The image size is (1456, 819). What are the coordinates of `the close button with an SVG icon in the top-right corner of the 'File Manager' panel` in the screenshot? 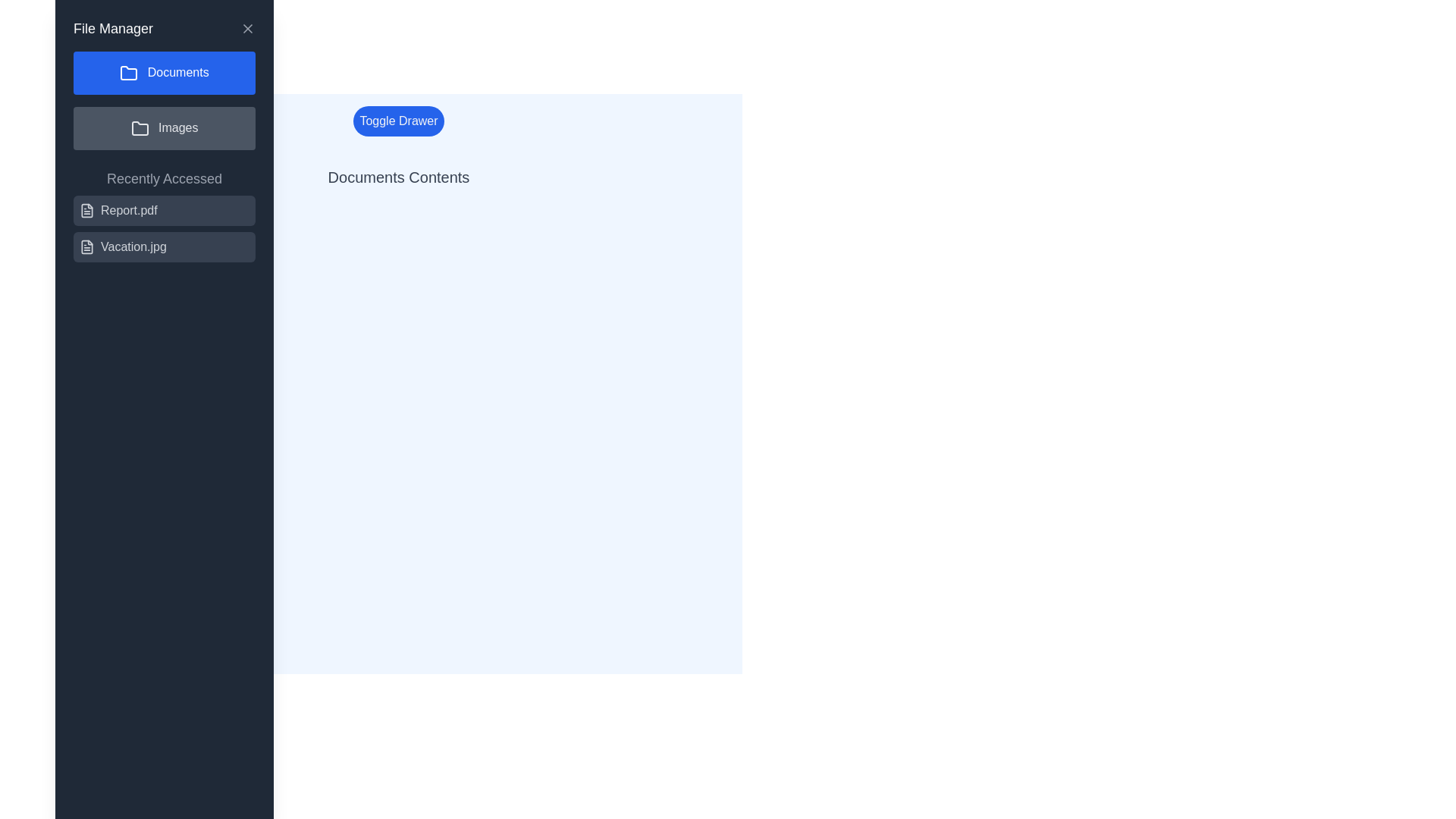 It's located at (247, 29).